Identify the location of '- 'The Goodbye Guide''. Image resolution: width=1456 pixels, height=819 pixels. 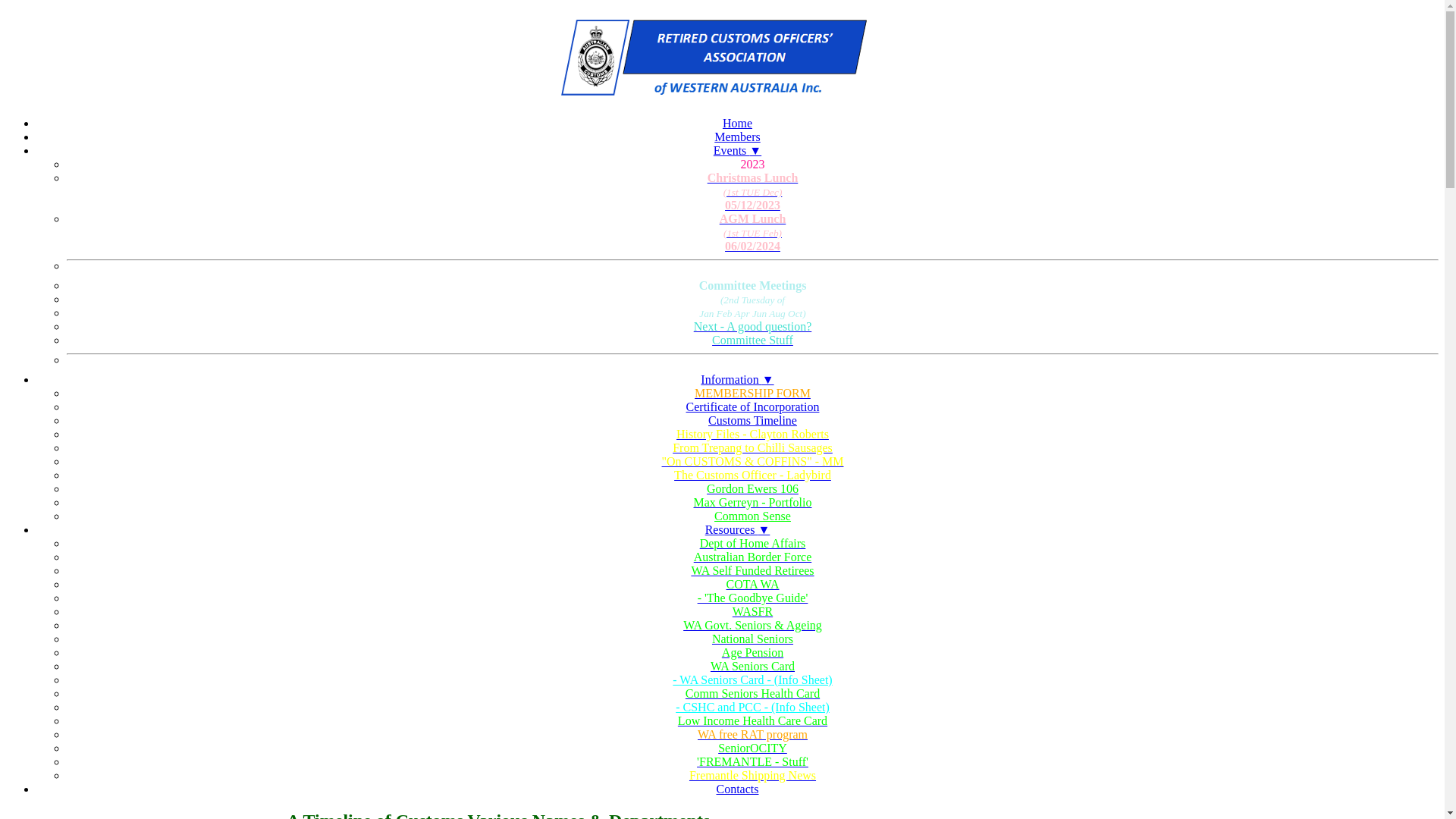
(752, 598).